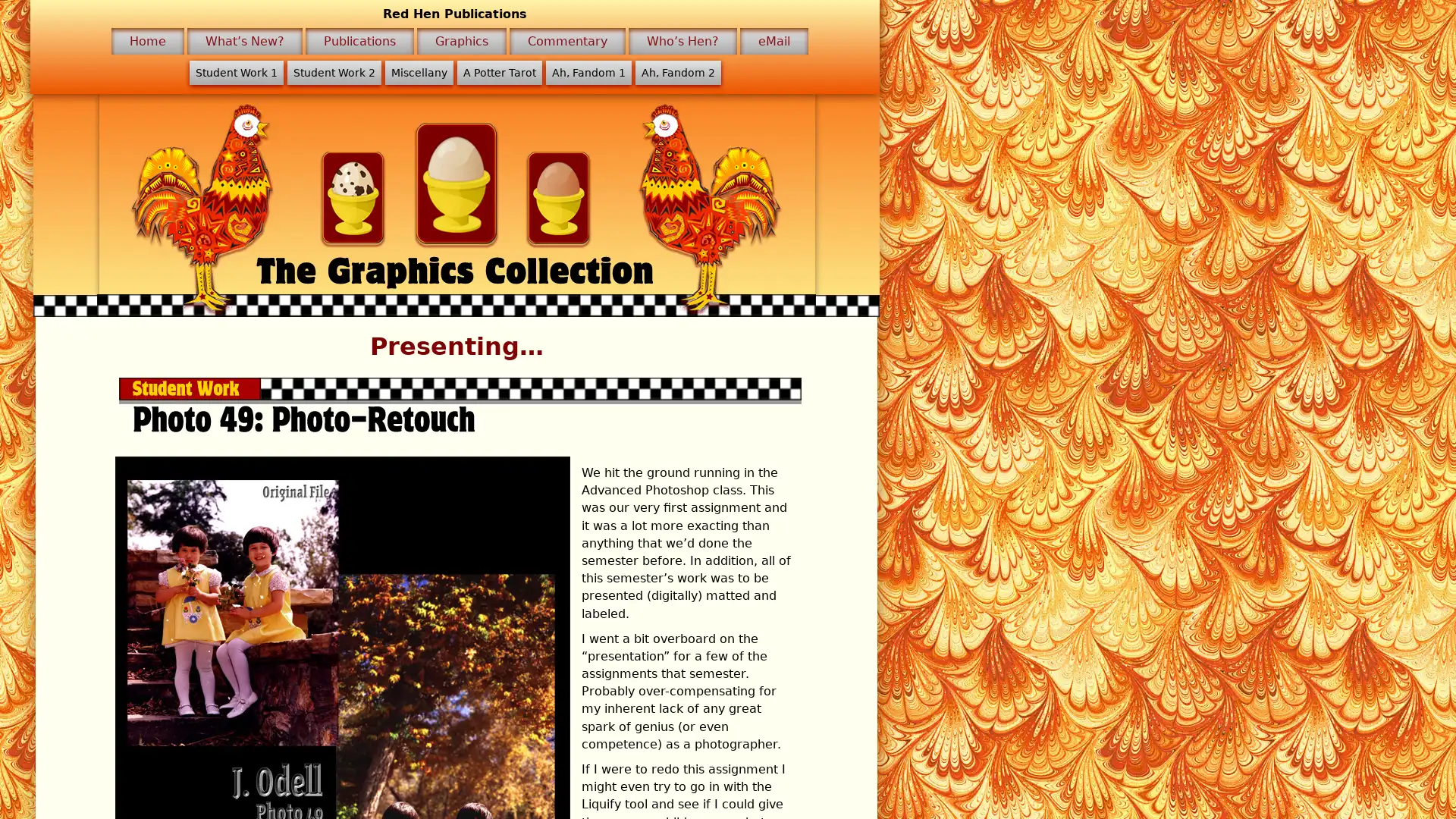 Image resolution: width=1456 pixels, height=819 pixels. I want to click on Ah, Fandom 1, so click(587, 73).